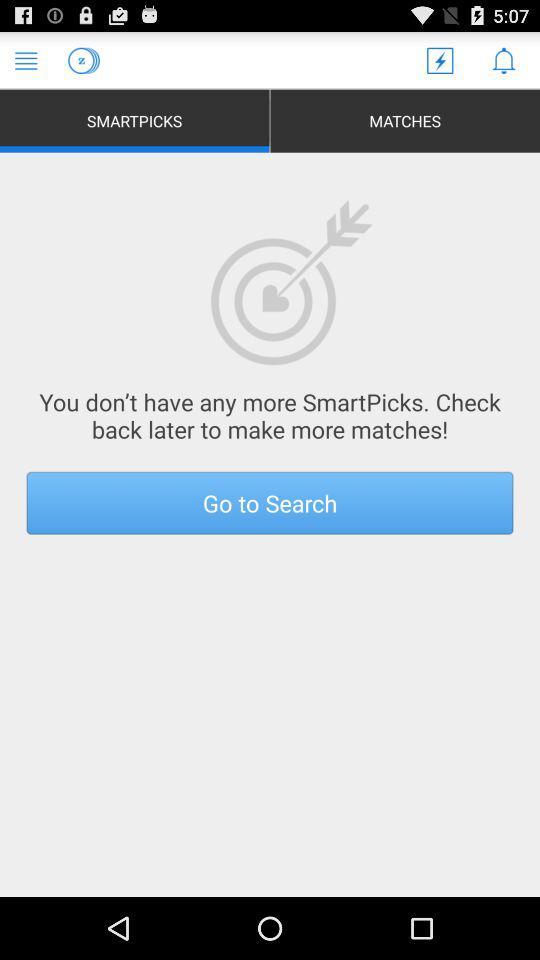  Describe the element at coordinates (270, 502) in the screenshot. I see `the go to search button` at that location.